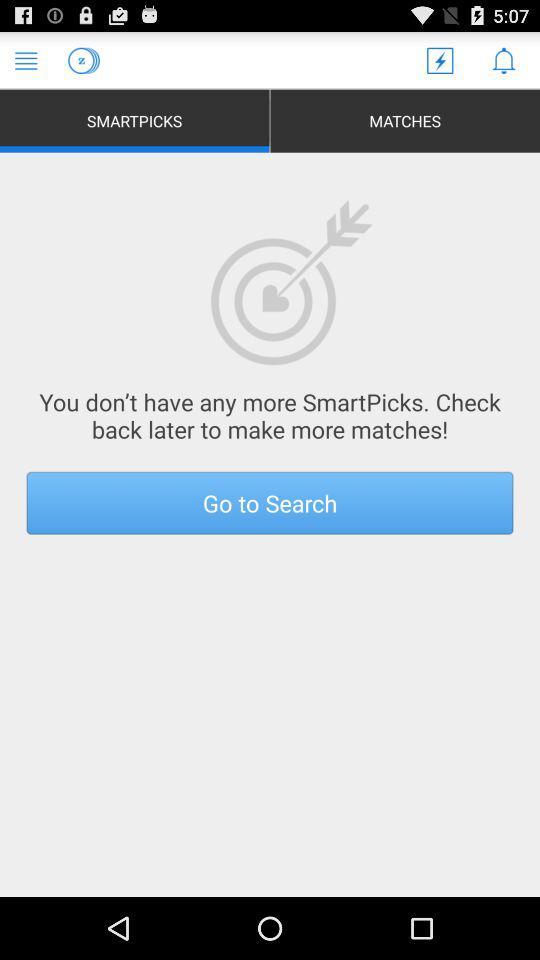  Describe the element at coordinates (270, 502) in the screenshot. I see `the go to search button` at that location.